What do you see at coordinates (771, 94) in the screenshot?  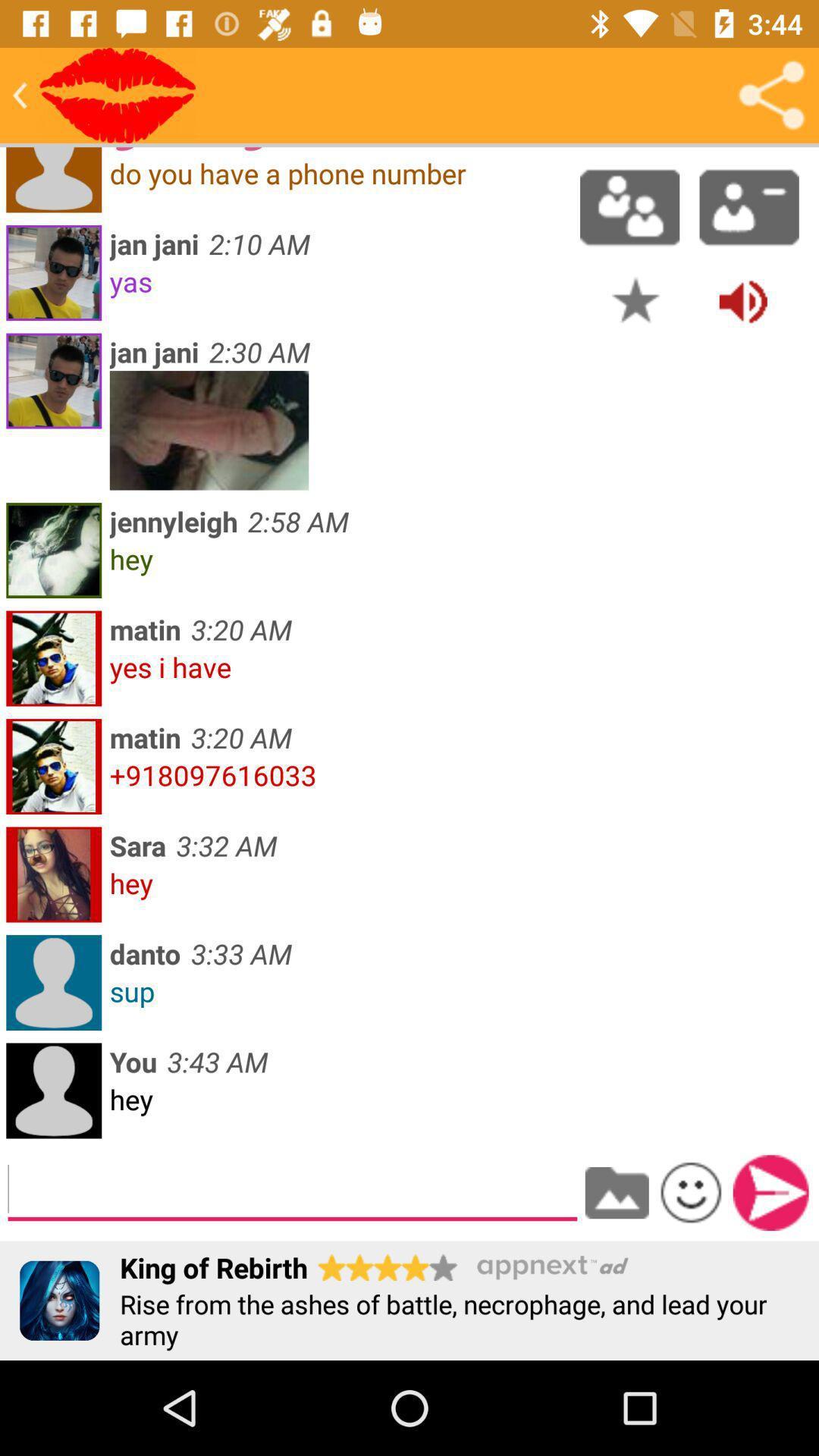 I see `share the conversation` at bounding box center [771, 94].